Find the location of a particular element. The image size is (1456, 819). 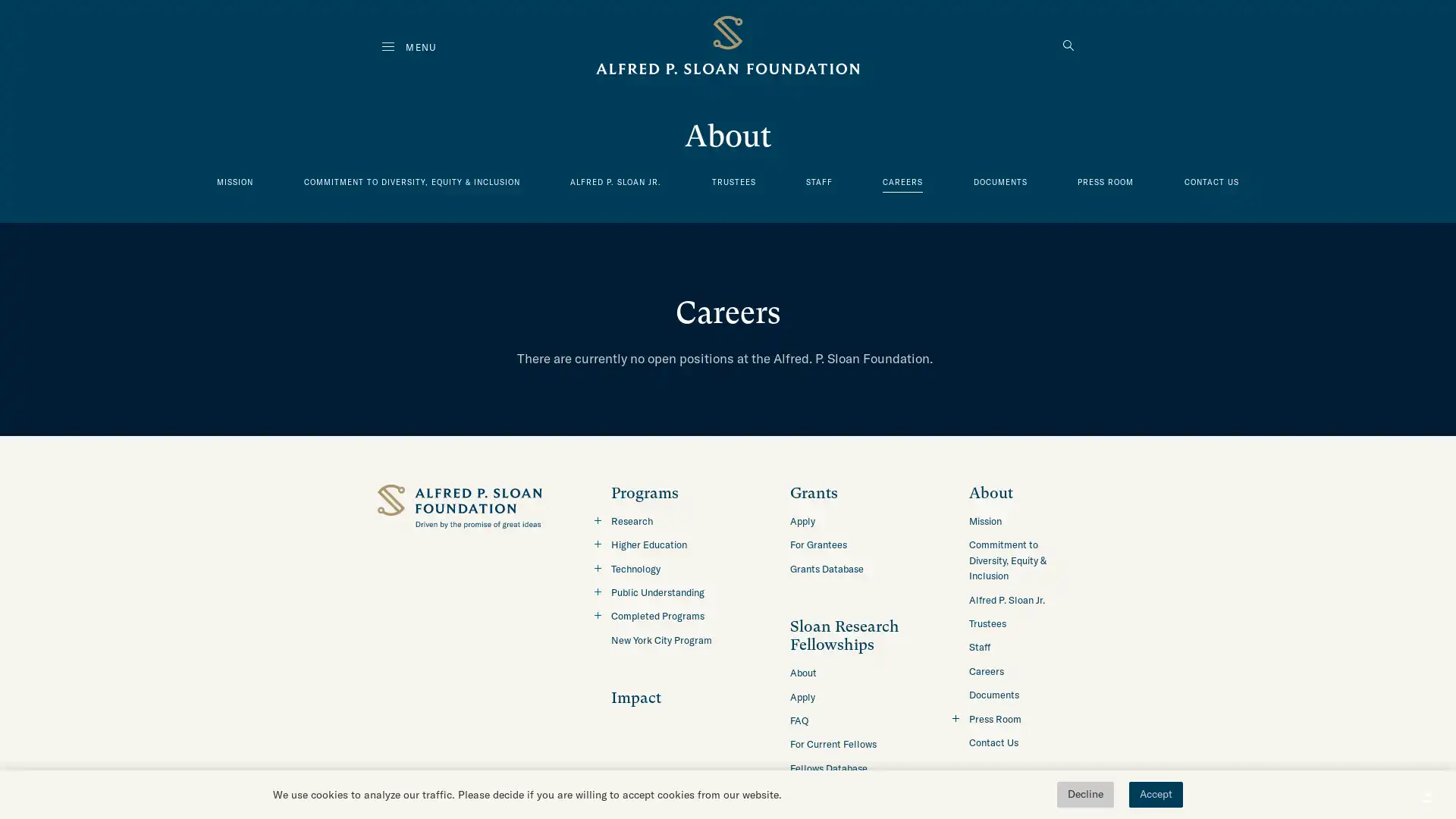

Click to expand this navigation menu is located at coordinates (596, 590).